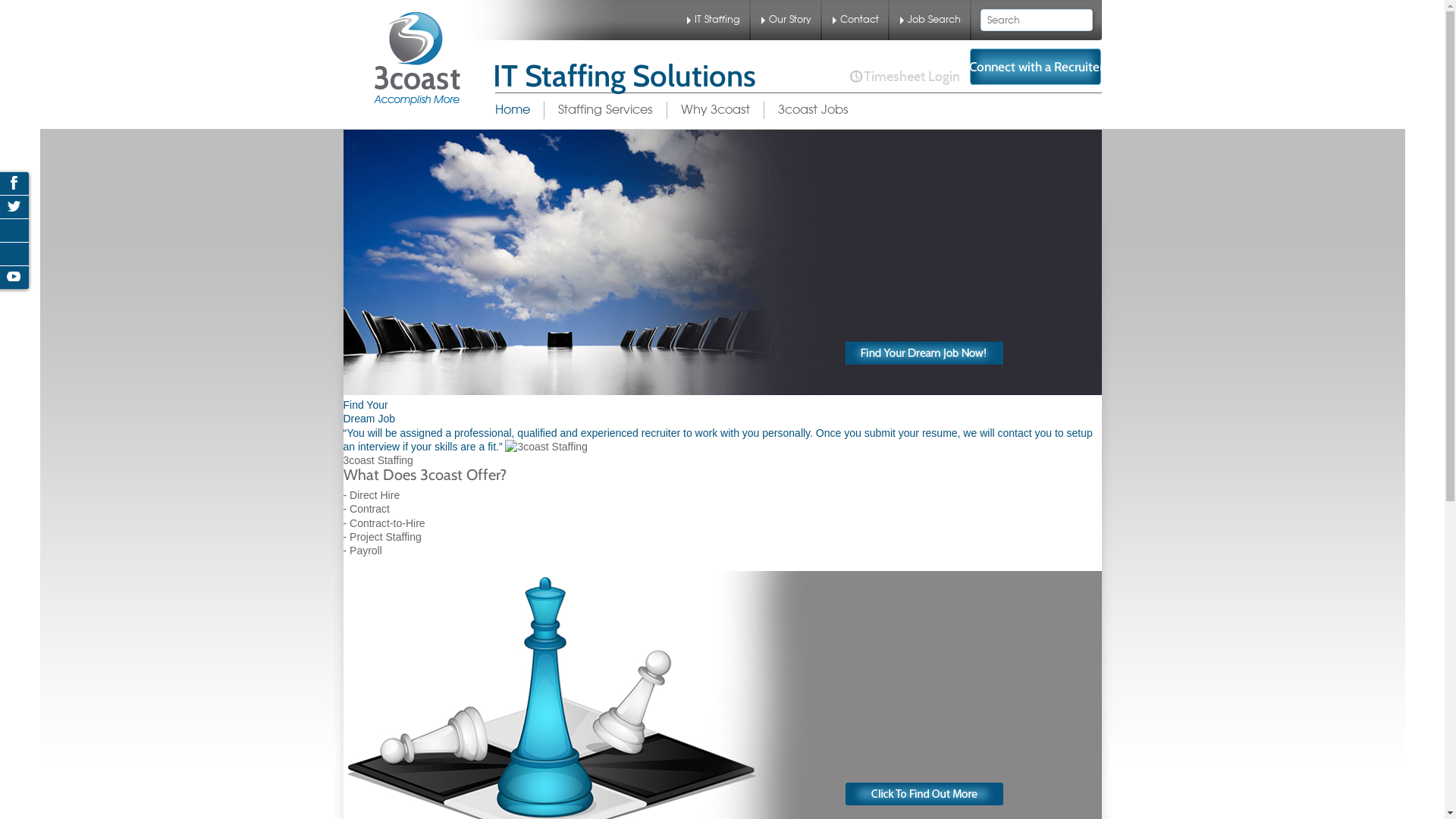 This screenshot has width=1456, height=819. I want to click on 'Home', so click(494, 109).